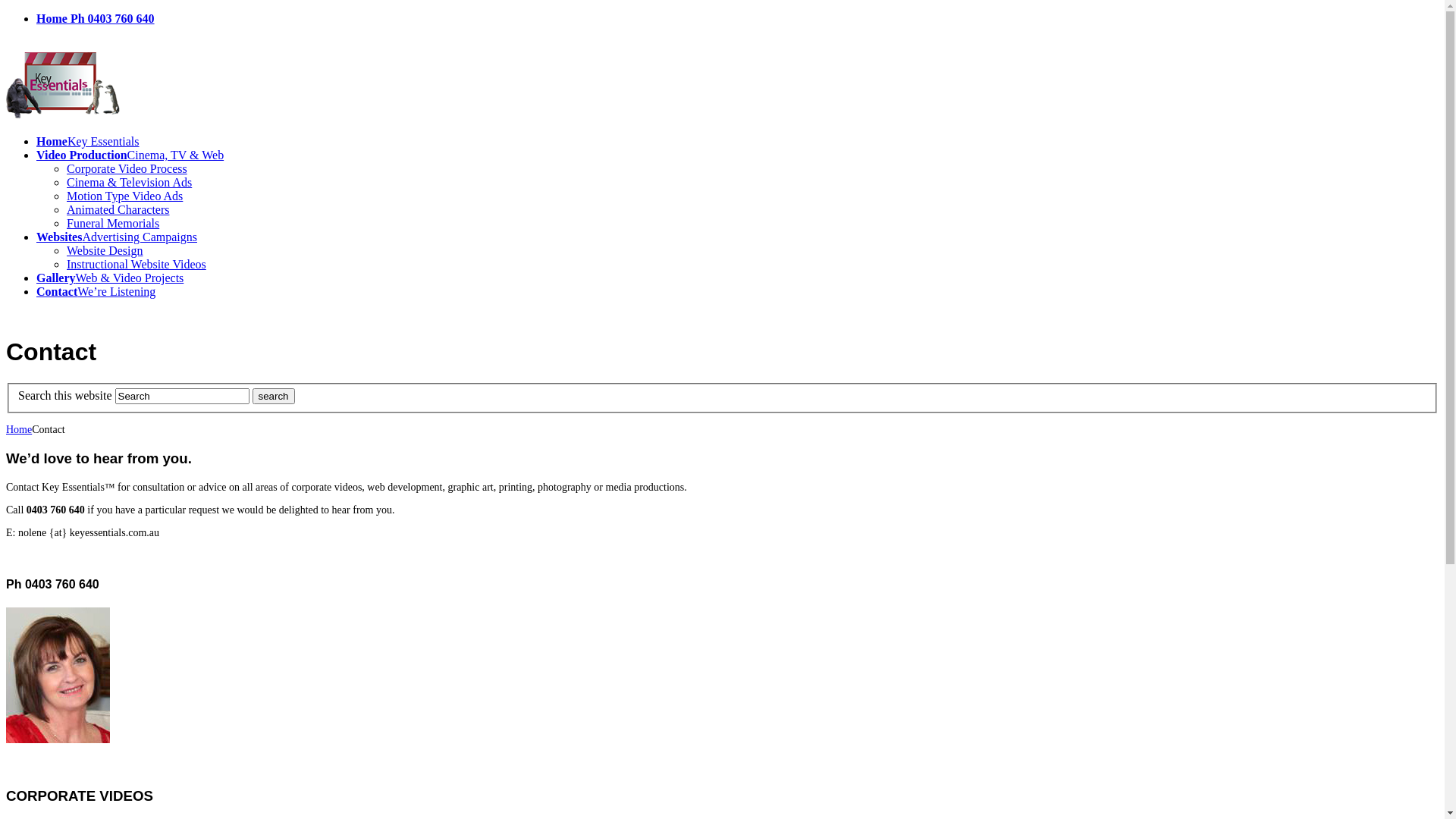  What do you see at coordinates (129, 181) in the screenshot?
I see `'Cinema & Television Ads'` at bounding box center [129, 181].